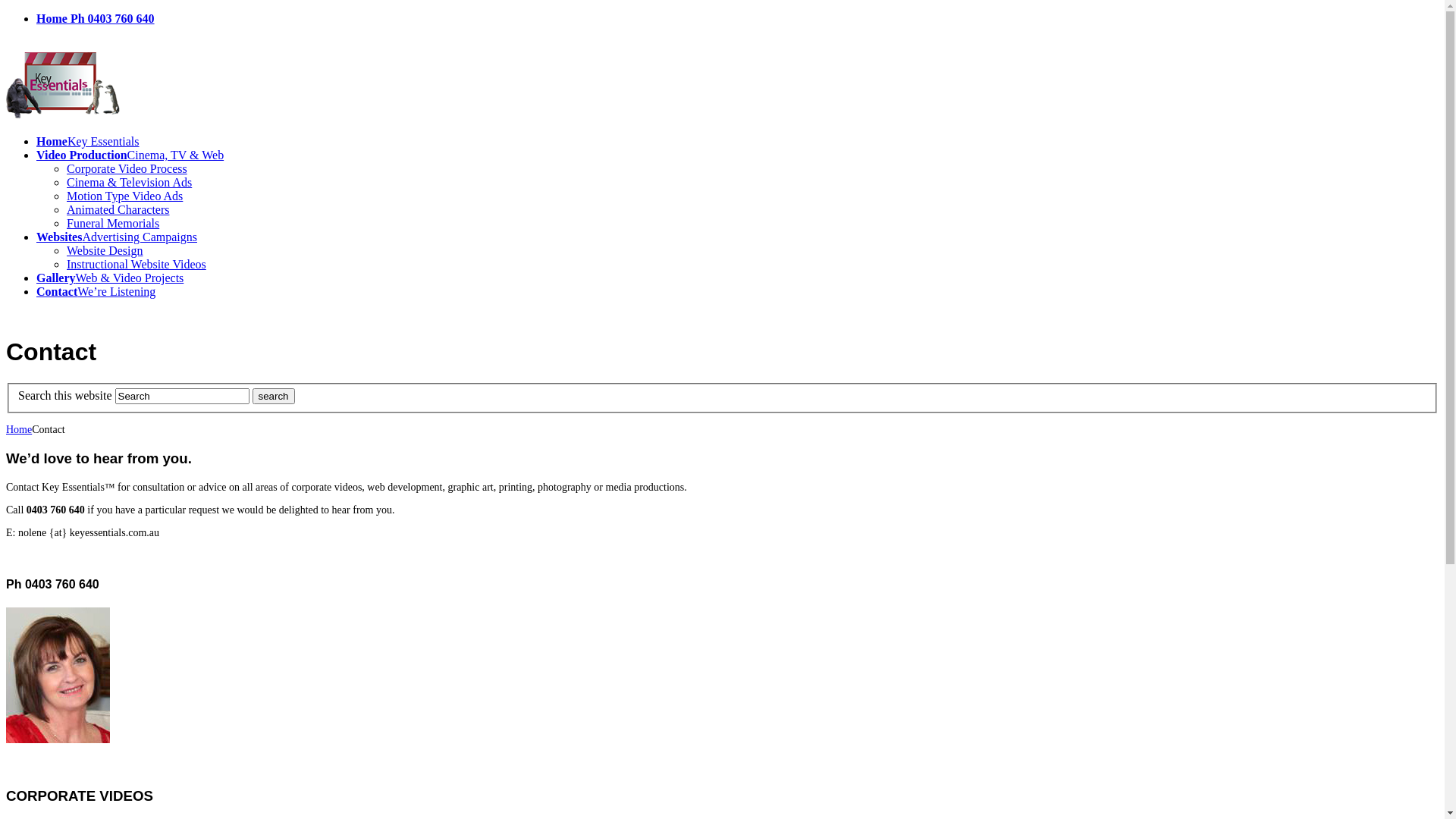  What do you see at coordinates (129, 181) in the screenshot?
I see `'Cinema & Television Ads'` at bounding box center [129, 181].